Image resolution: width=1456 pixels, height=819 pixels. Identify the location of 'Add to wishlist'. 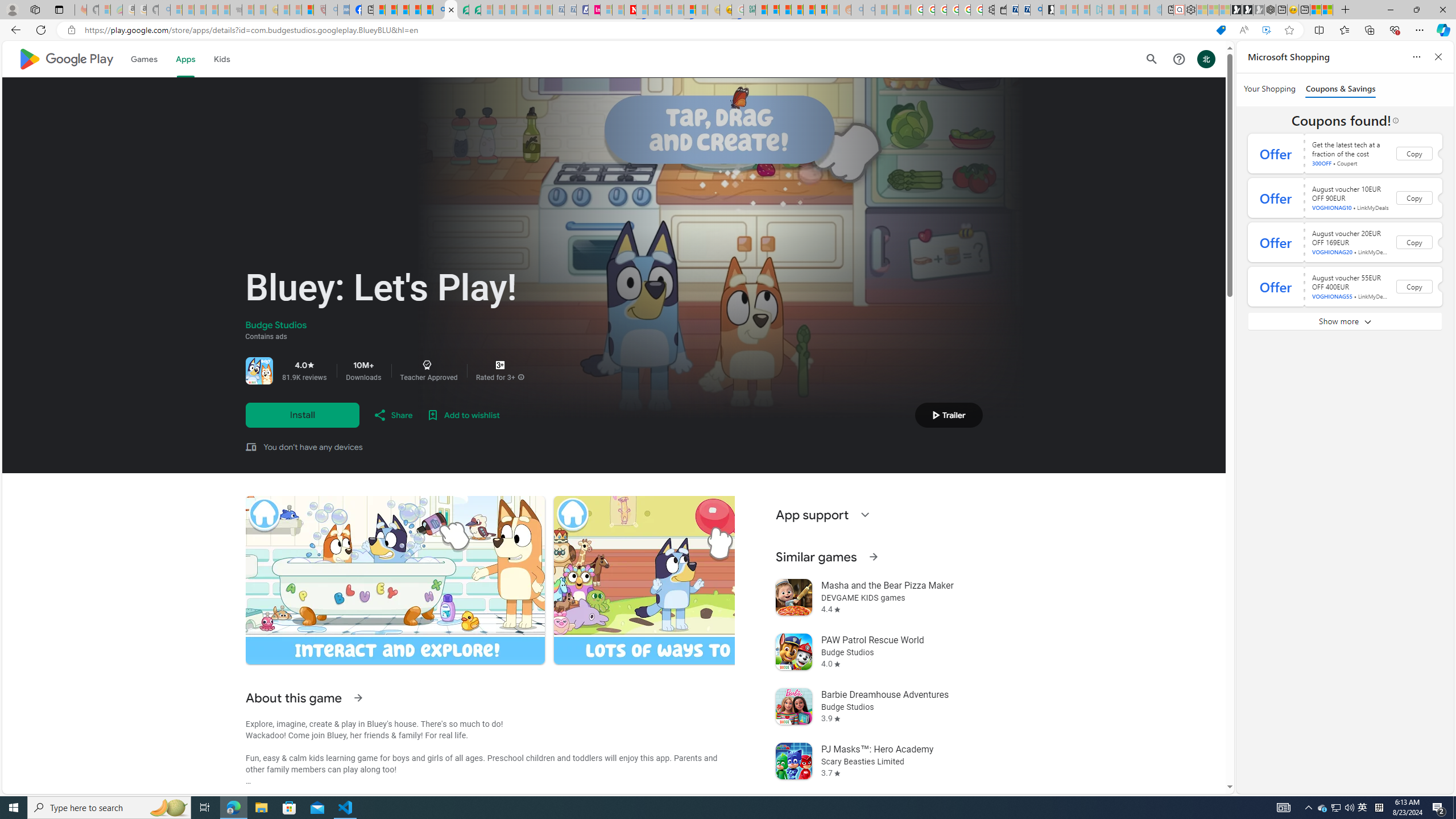
(463, 415).